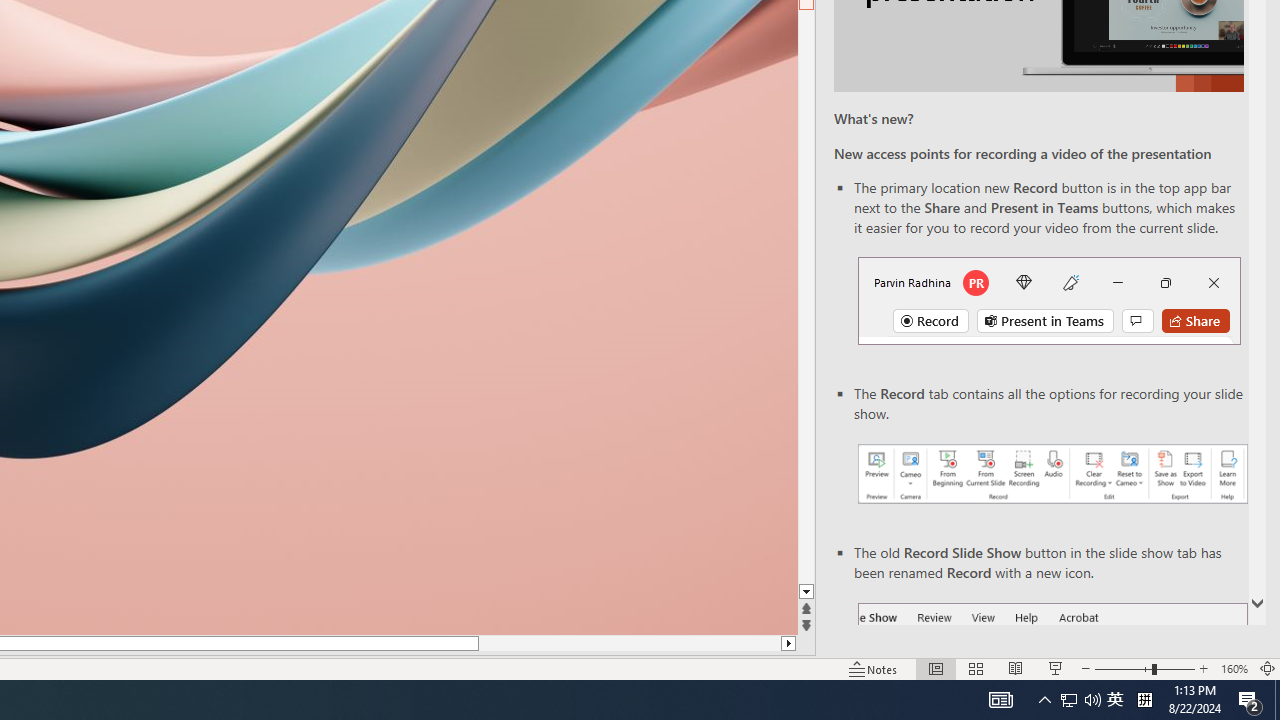 This screenshot has width=1280, height=720. I want to click on 'Zoom 160%', so click(1233, 669).